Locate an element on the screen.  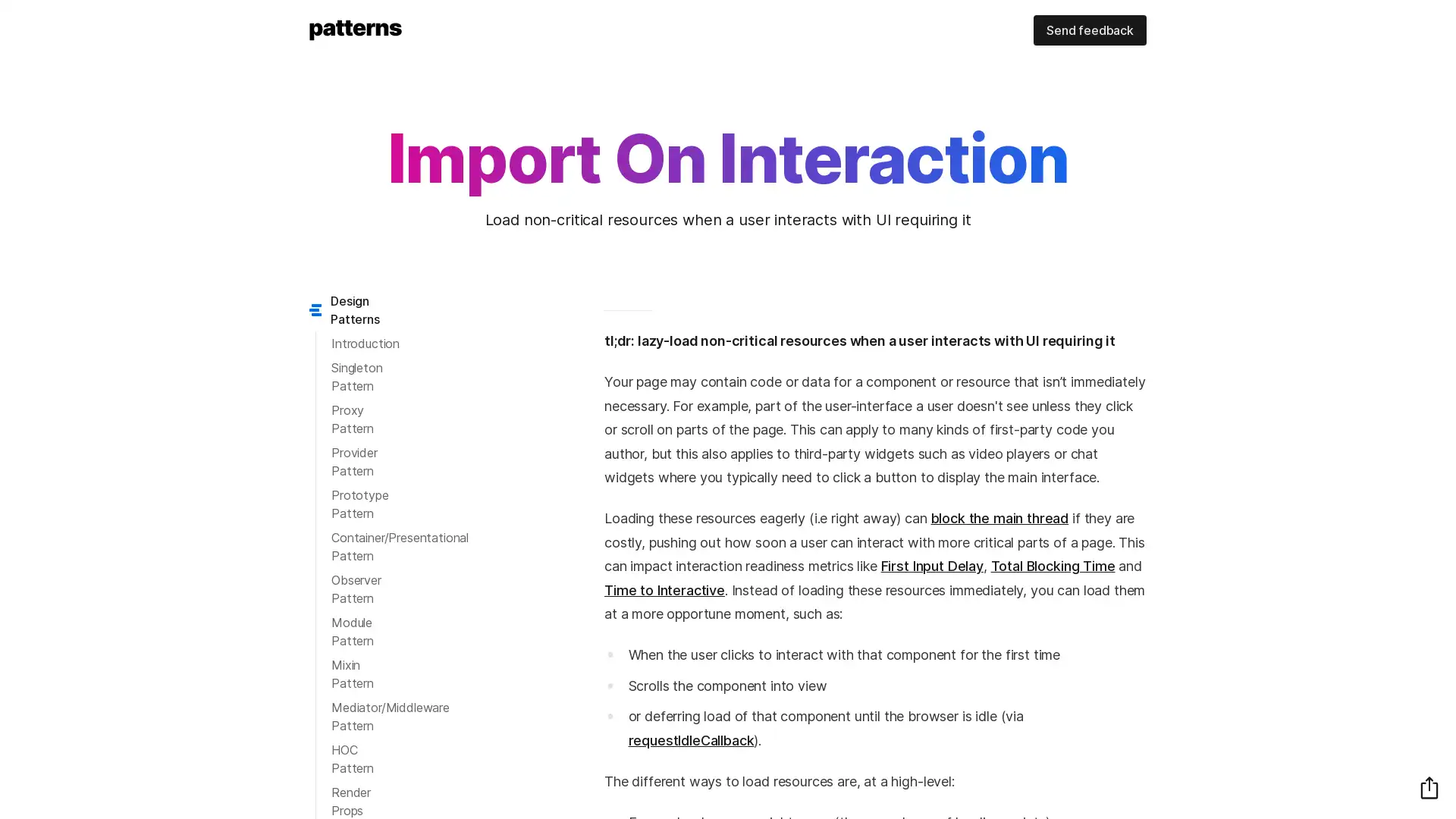
Share is located at coordinates (1429, 786).